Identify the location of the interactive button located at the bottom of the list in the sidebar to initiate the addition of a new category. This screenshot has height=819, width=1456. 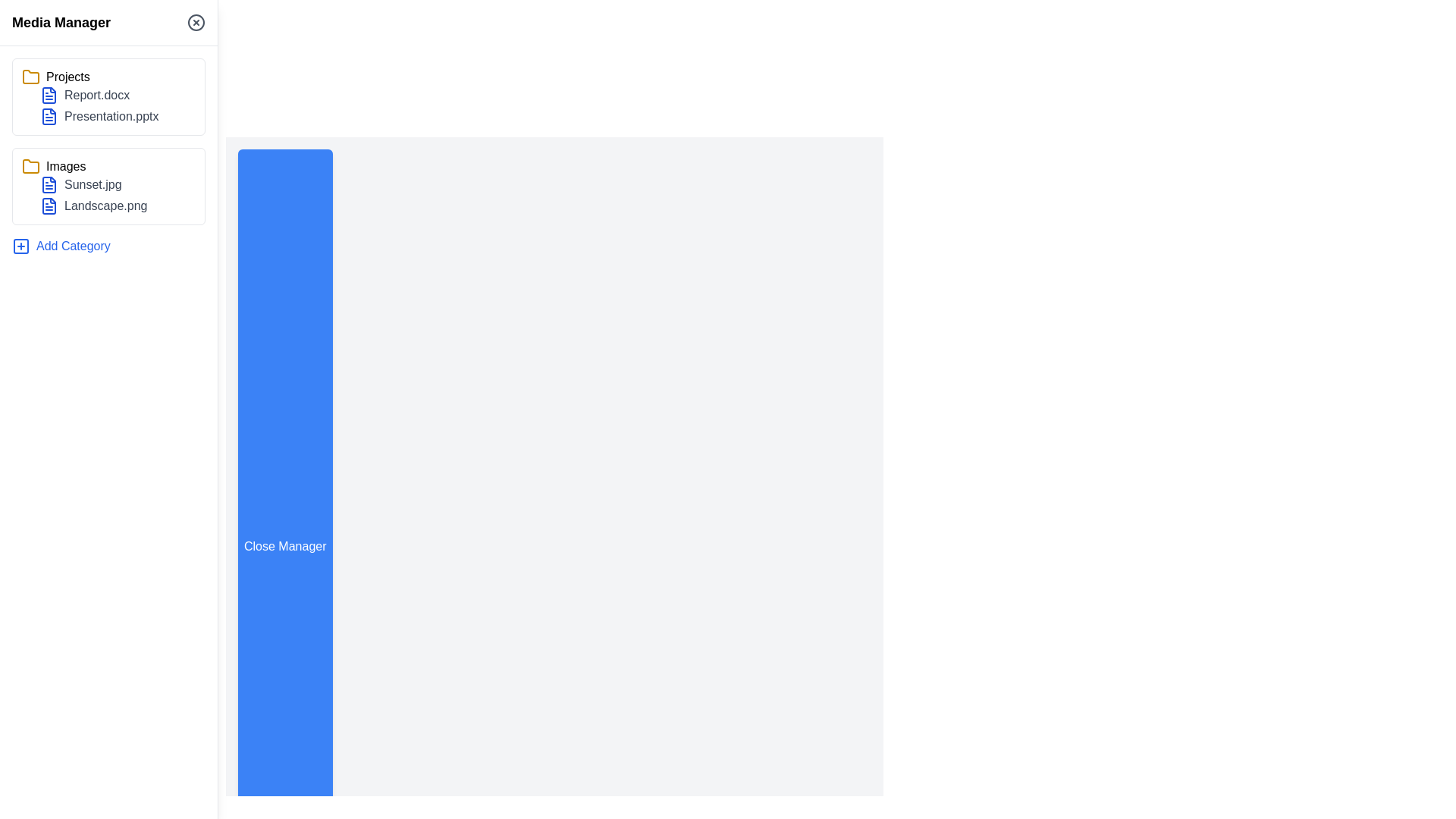
(61, 245).